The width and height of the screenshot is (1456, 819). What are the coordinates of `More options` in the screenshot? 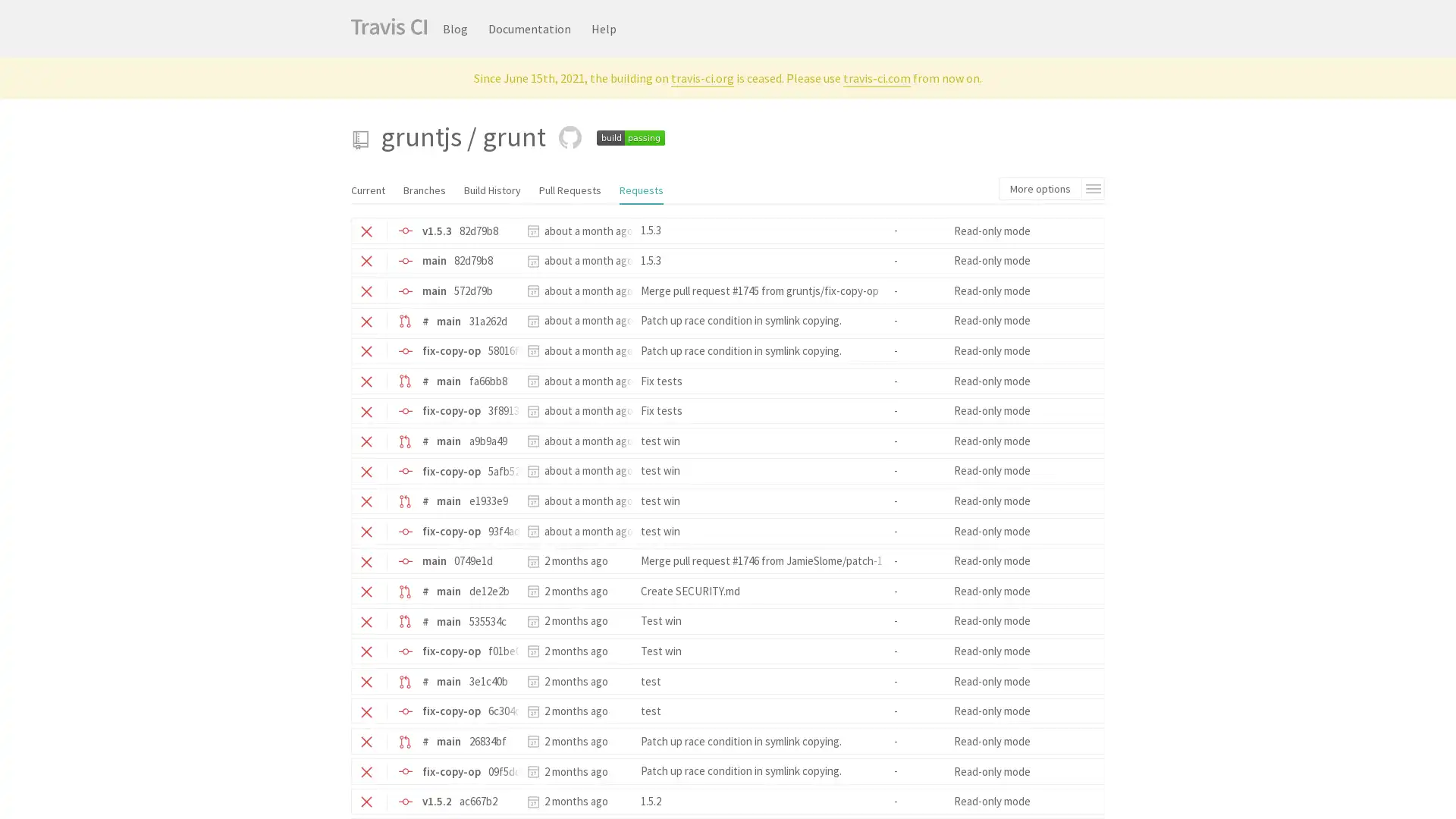 It's located at (1051, 187).